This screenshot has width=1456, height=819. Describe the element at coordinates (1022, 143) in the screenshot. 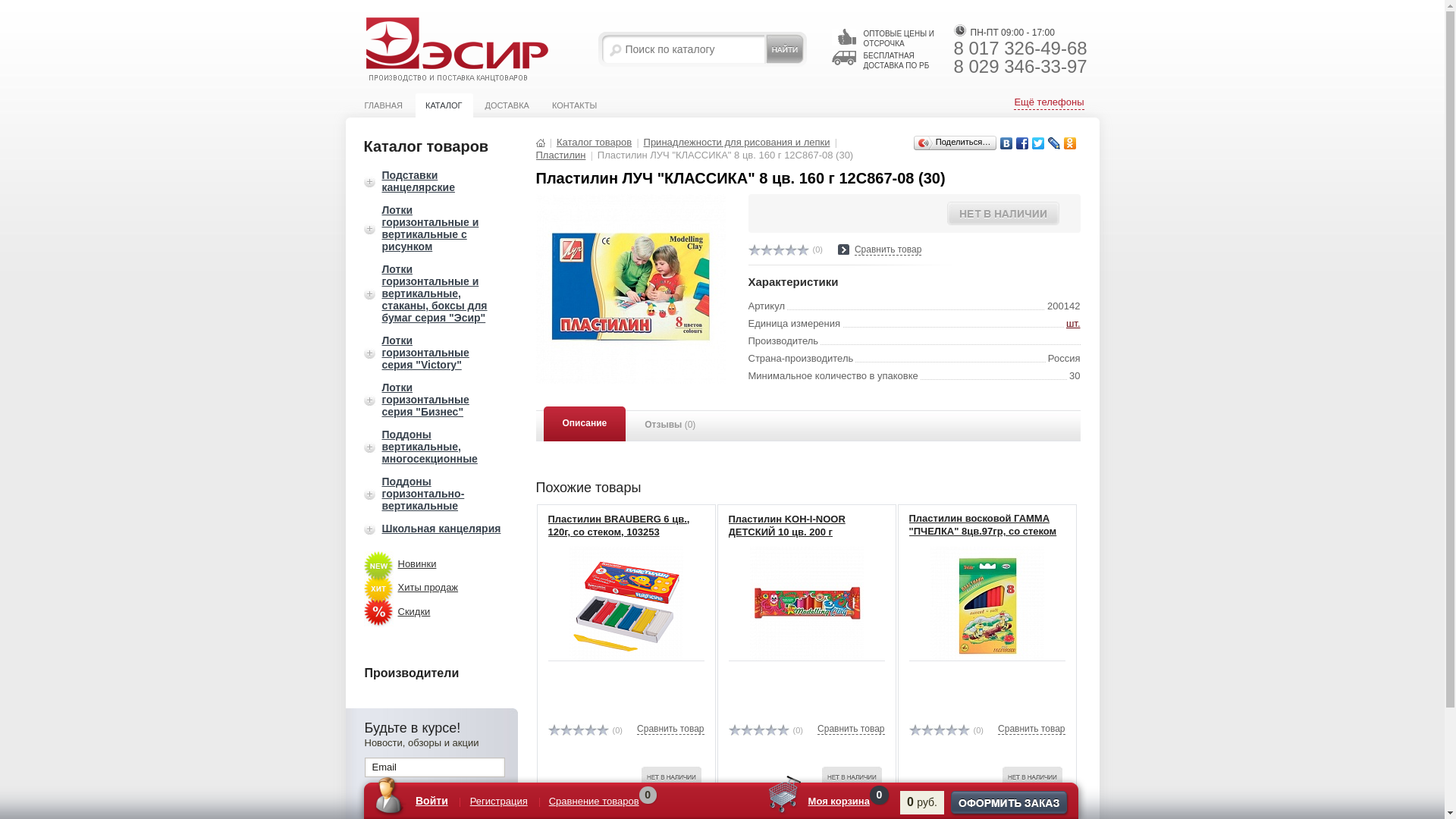

I see `'Facebook'` at that location.